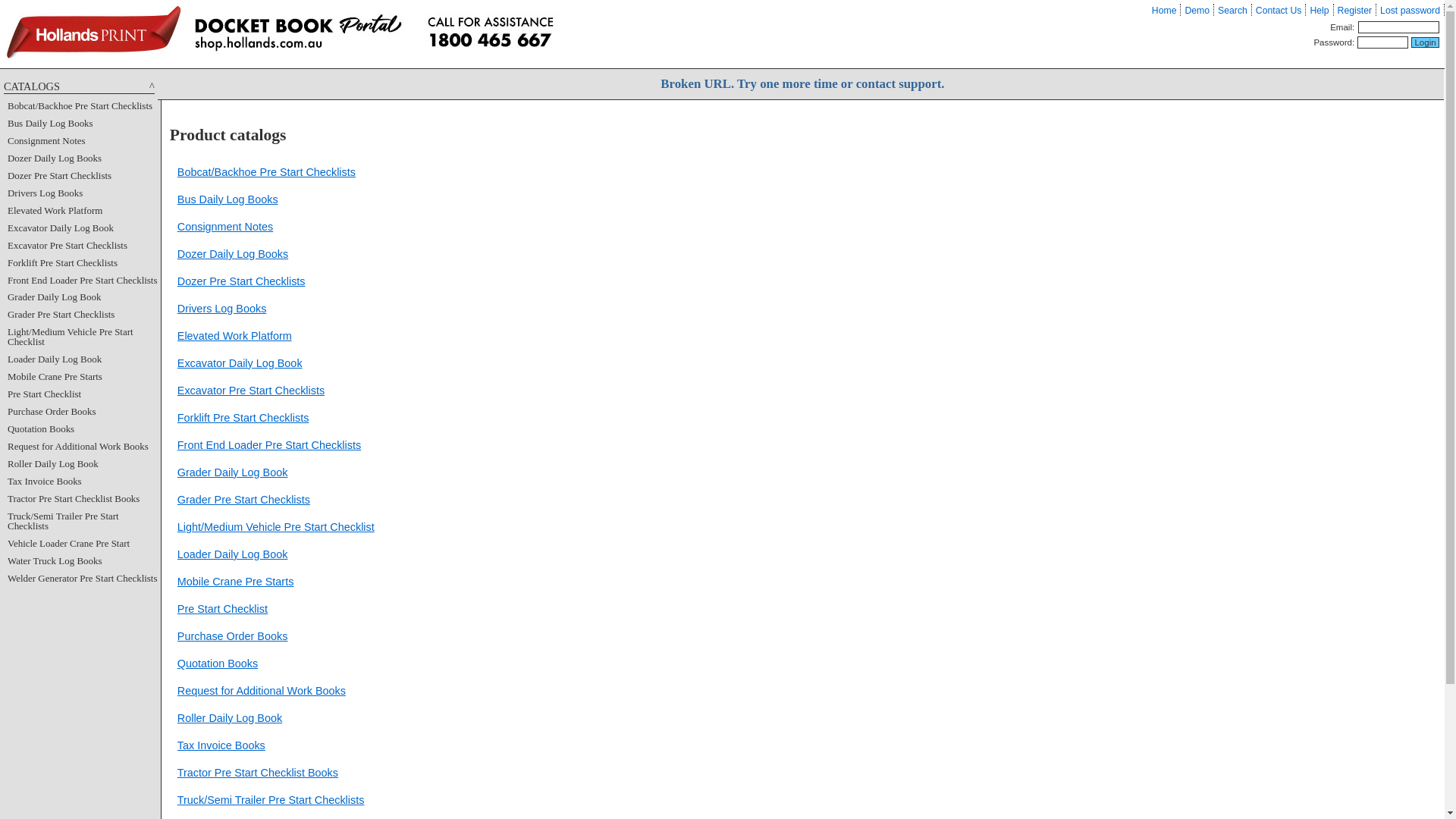 The width and height of the screenshot is (1456, 819). Describe the element at coordinates (232, 472) in the screenshot. I see `'Grader Daily Log Book'` at that location.